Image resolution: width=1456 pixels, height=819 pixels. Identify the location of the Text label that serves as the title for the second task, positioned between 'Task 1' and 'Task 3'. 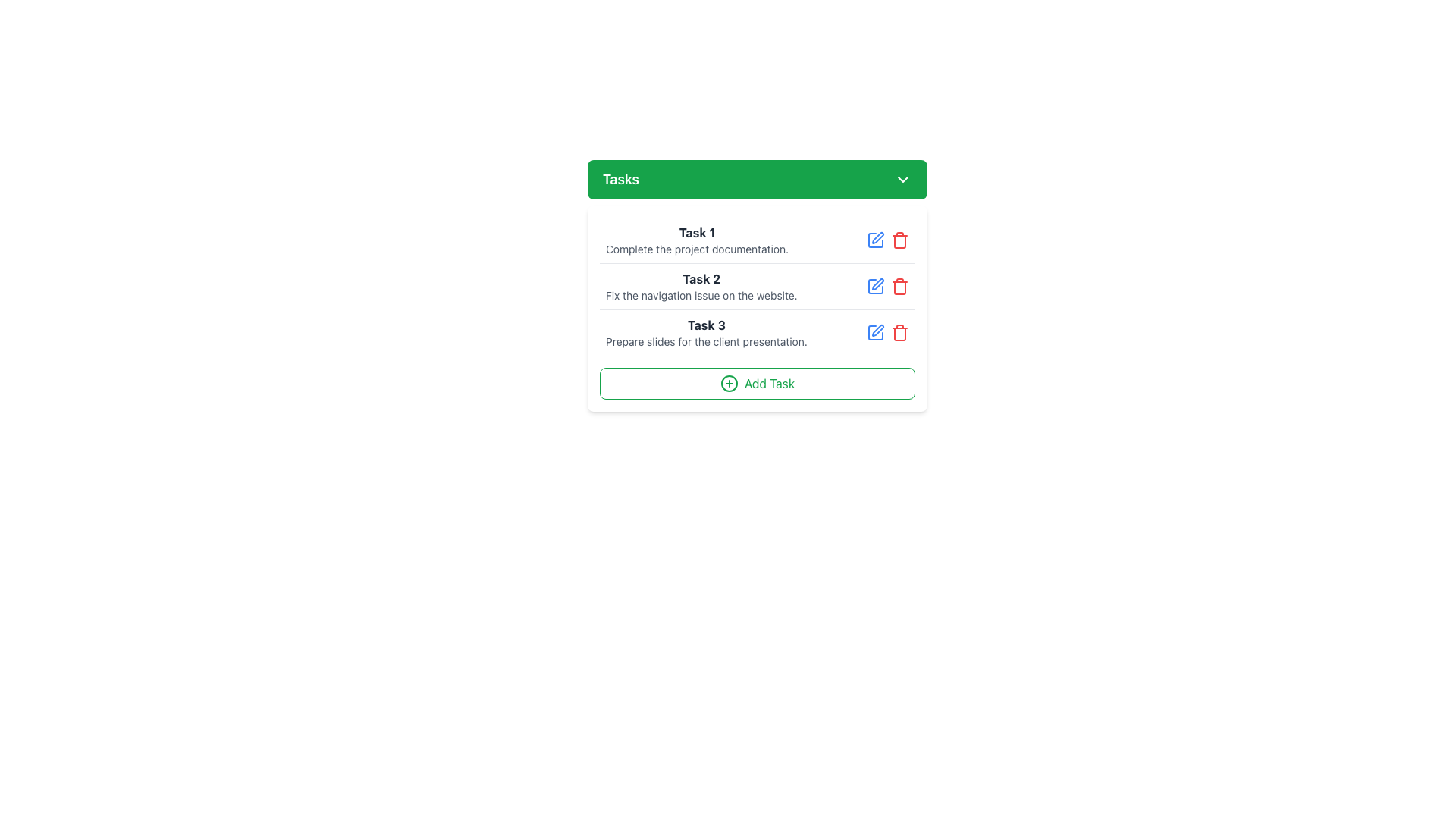
(701, 278).